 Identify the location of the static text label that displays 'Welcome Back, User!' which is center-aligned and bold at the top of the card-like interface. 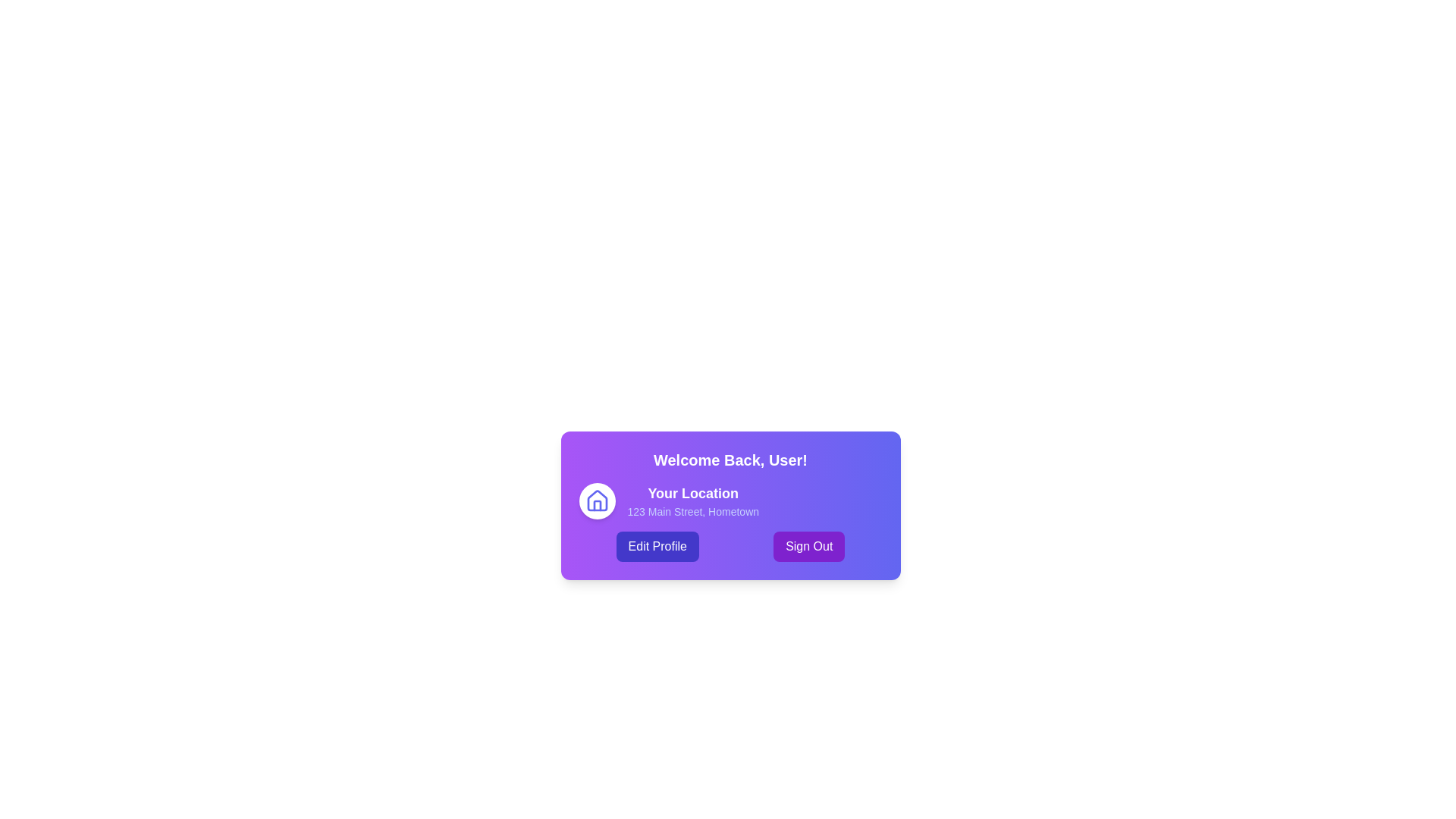
(730, 459).